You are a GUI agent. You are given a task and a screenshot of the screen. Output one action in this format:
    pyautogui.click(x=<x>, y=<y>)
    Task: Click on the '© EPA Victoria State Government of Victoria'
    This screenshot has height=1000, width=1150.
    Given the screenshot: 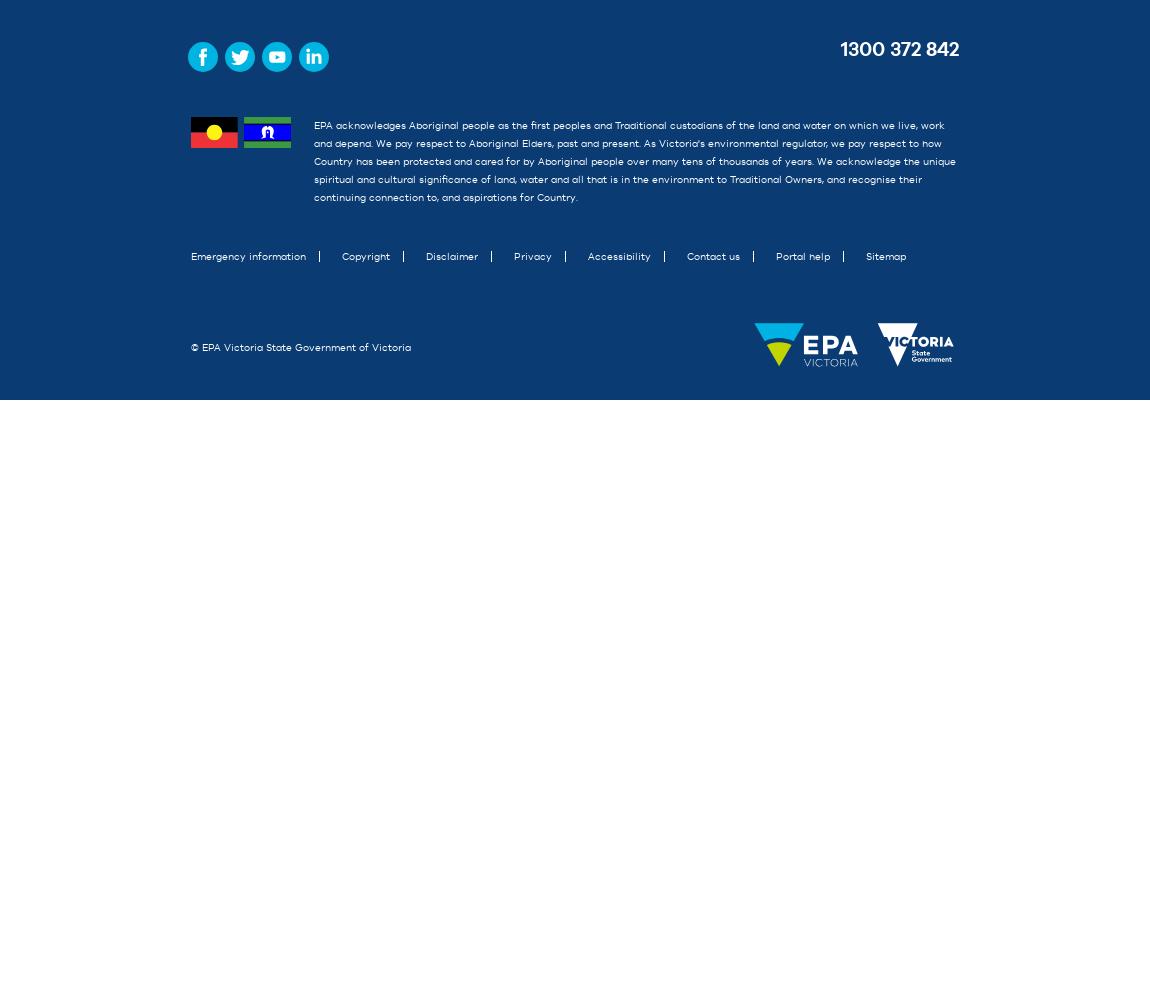 What is the action you would take?
    pyautogui.click(x=300, y=346)
    